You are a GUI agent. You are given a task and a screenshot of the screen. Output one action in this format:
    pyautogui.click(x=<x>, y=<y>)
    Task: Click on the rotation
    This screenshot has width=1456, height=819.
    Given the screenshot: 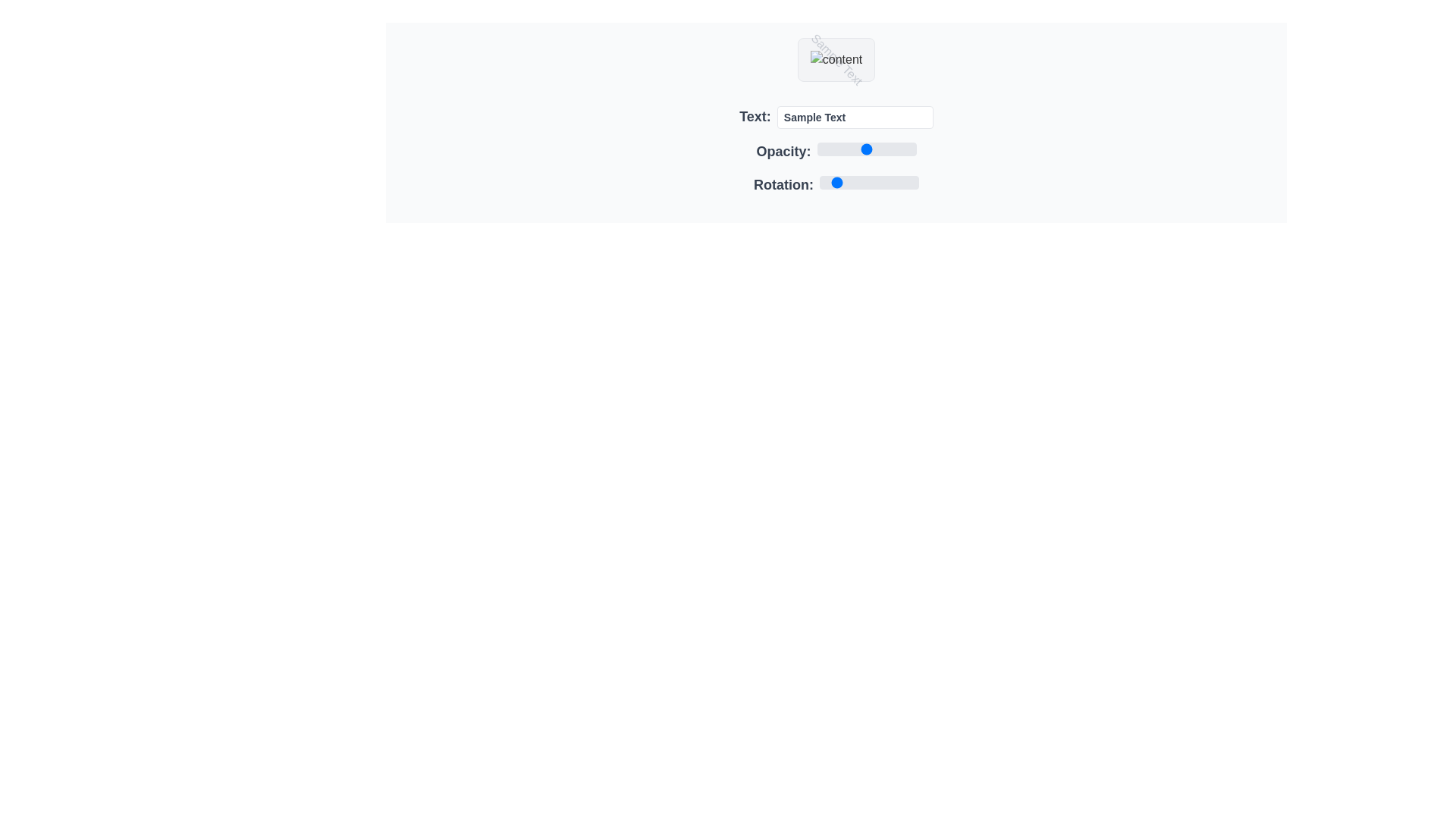 What is the action you would take?
    pyautogui.click(x=903, y=181)
    